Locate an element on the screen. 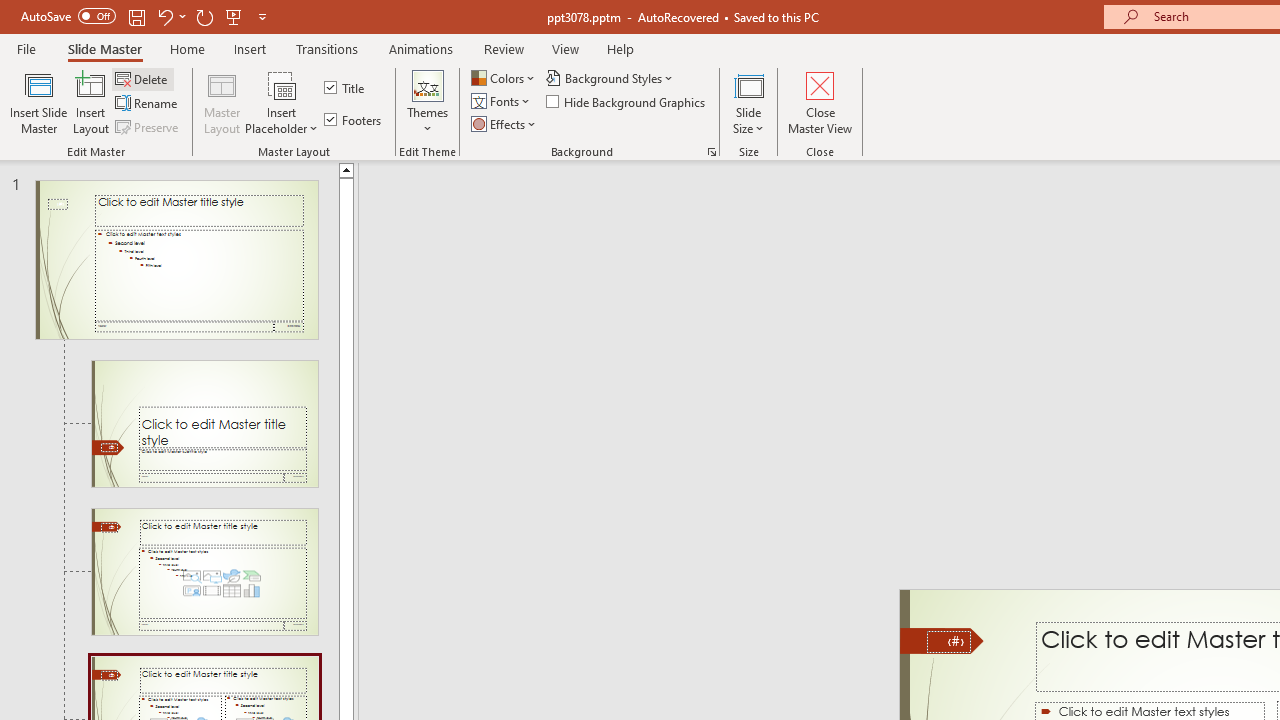 This screenshot has width=1280, height=720. 'Slide Size' is located at coordinates (748, 103).